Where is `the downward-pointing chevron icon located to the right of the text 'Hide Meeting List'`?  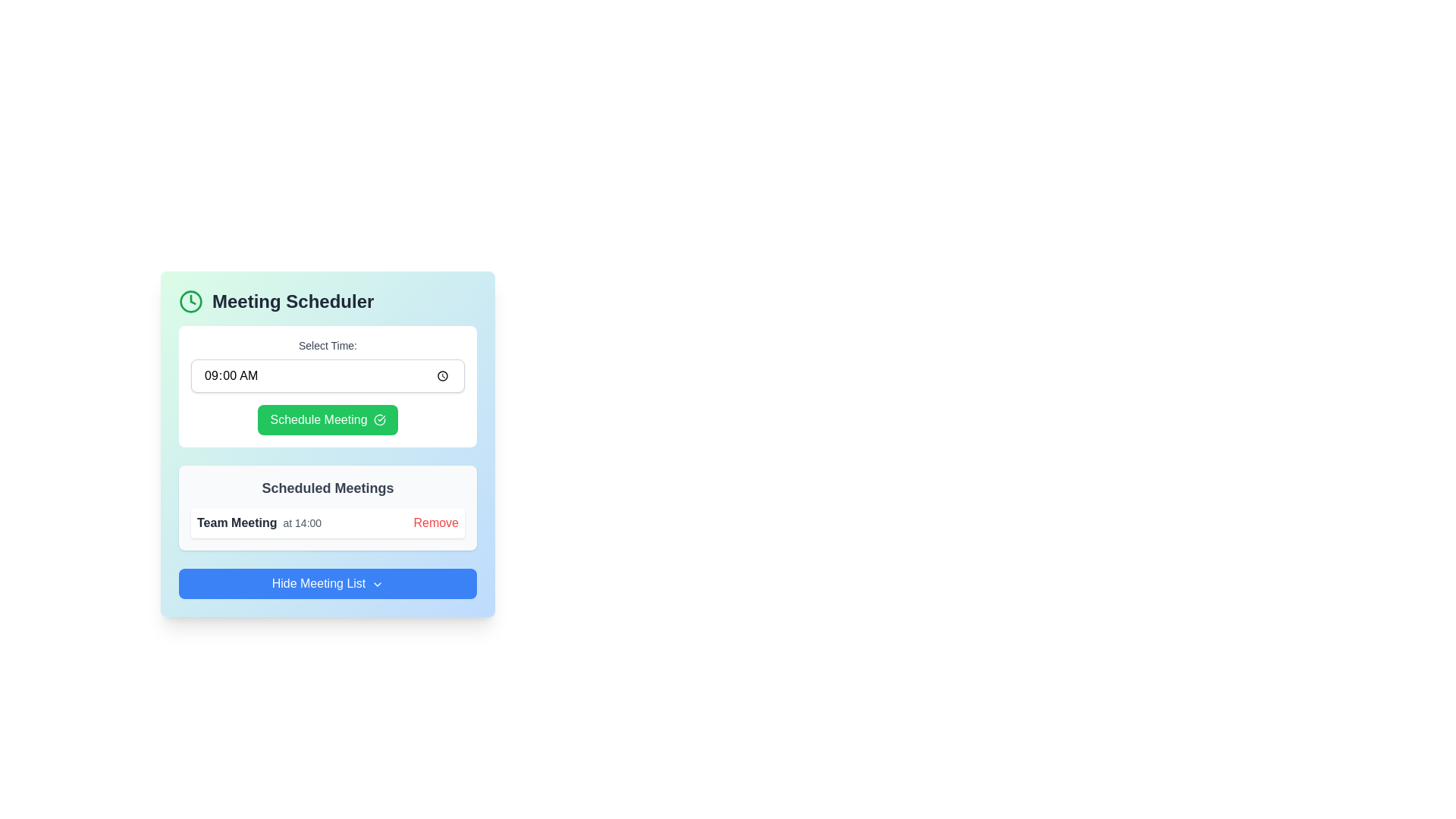 the downward-pointing chevron icon located to the right of the text 'Hide Meeting List' is located at coordinates (378, 583).